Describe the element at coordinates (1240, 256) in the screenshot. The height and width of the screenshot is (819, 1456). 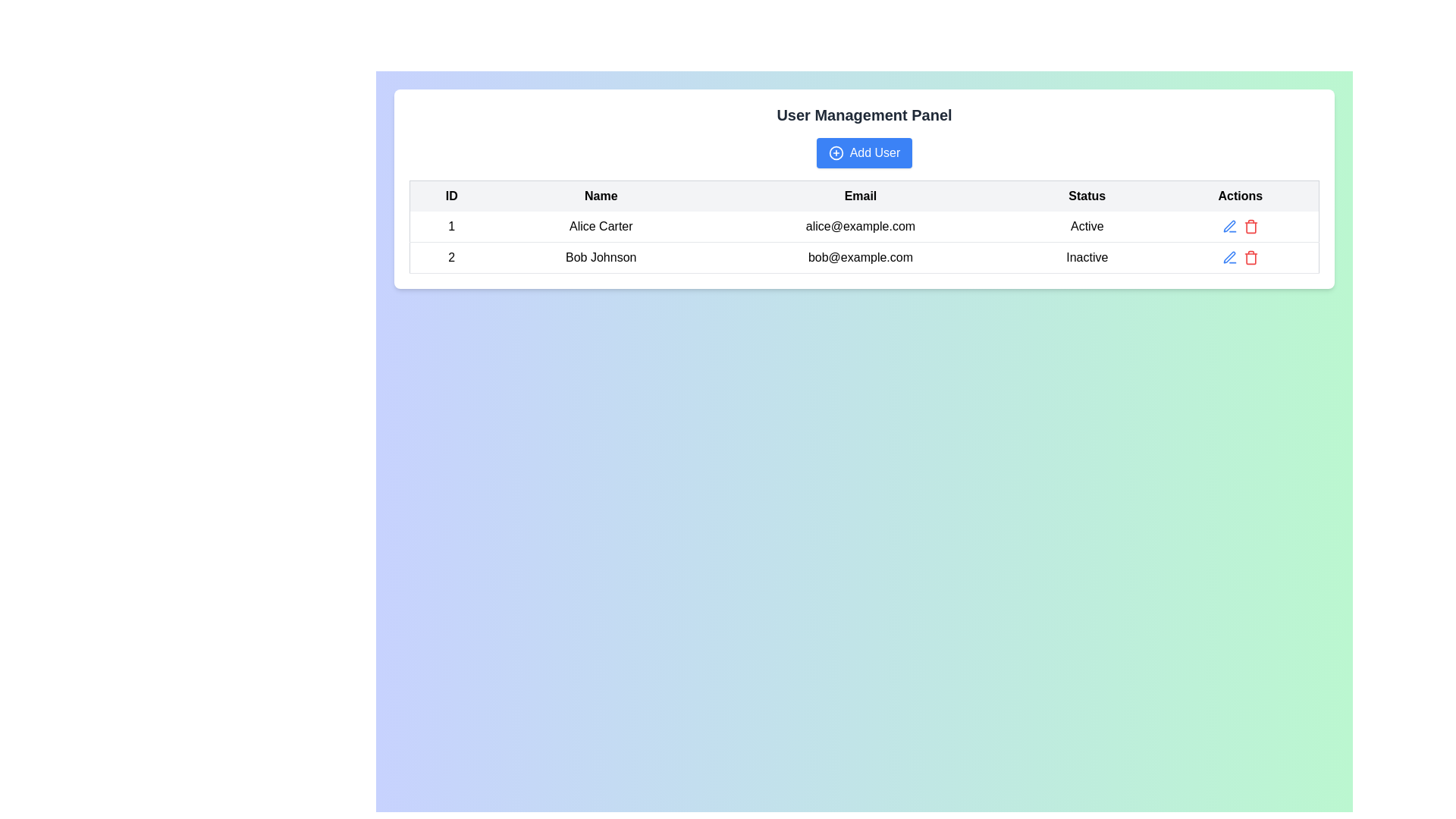
I see `the delete button located in the Action button group of the second row in the table layout` at that location.